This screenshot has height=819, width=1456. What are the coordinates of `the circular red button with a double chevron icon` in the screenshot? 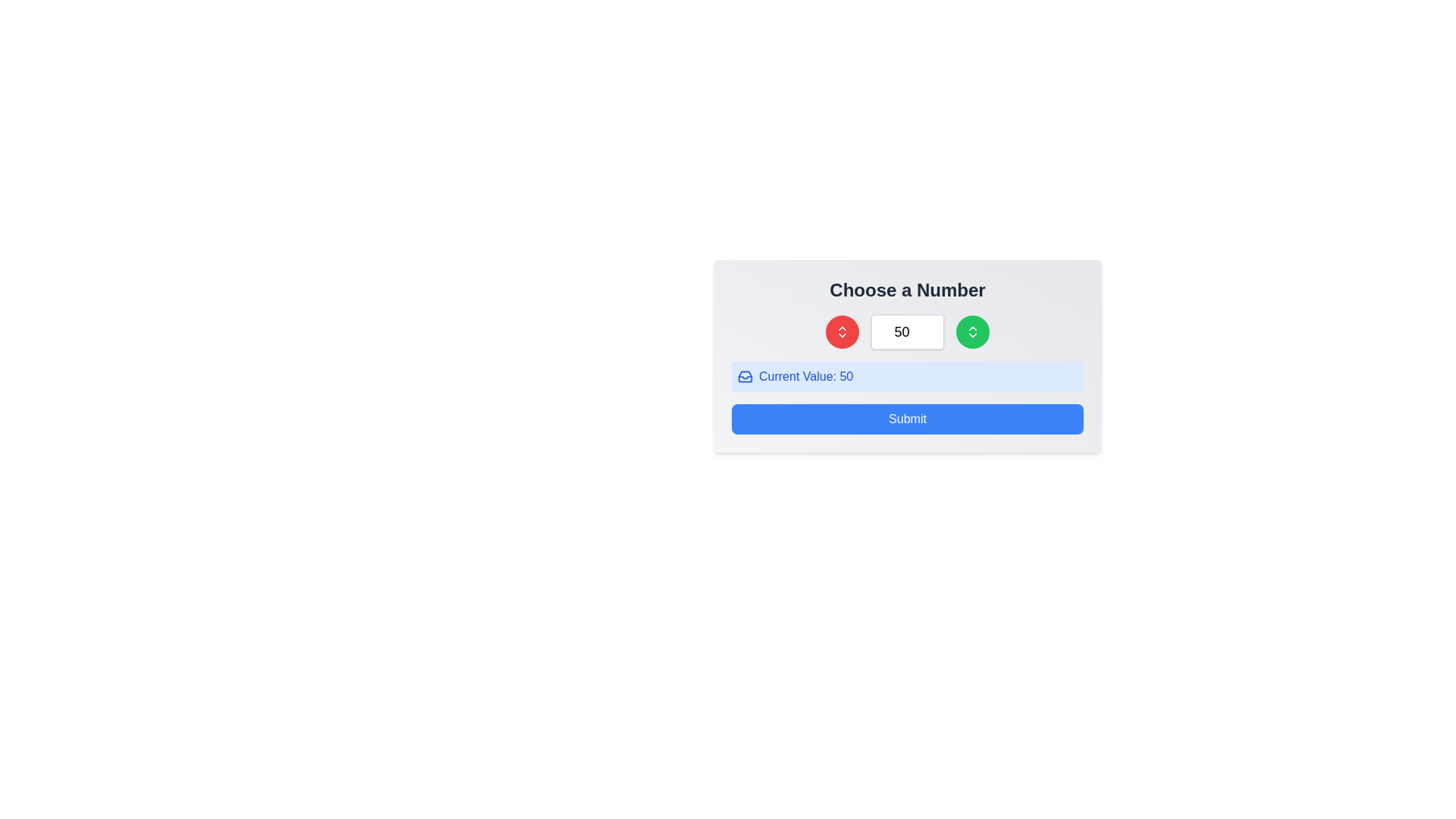 It's located at (841, 331).